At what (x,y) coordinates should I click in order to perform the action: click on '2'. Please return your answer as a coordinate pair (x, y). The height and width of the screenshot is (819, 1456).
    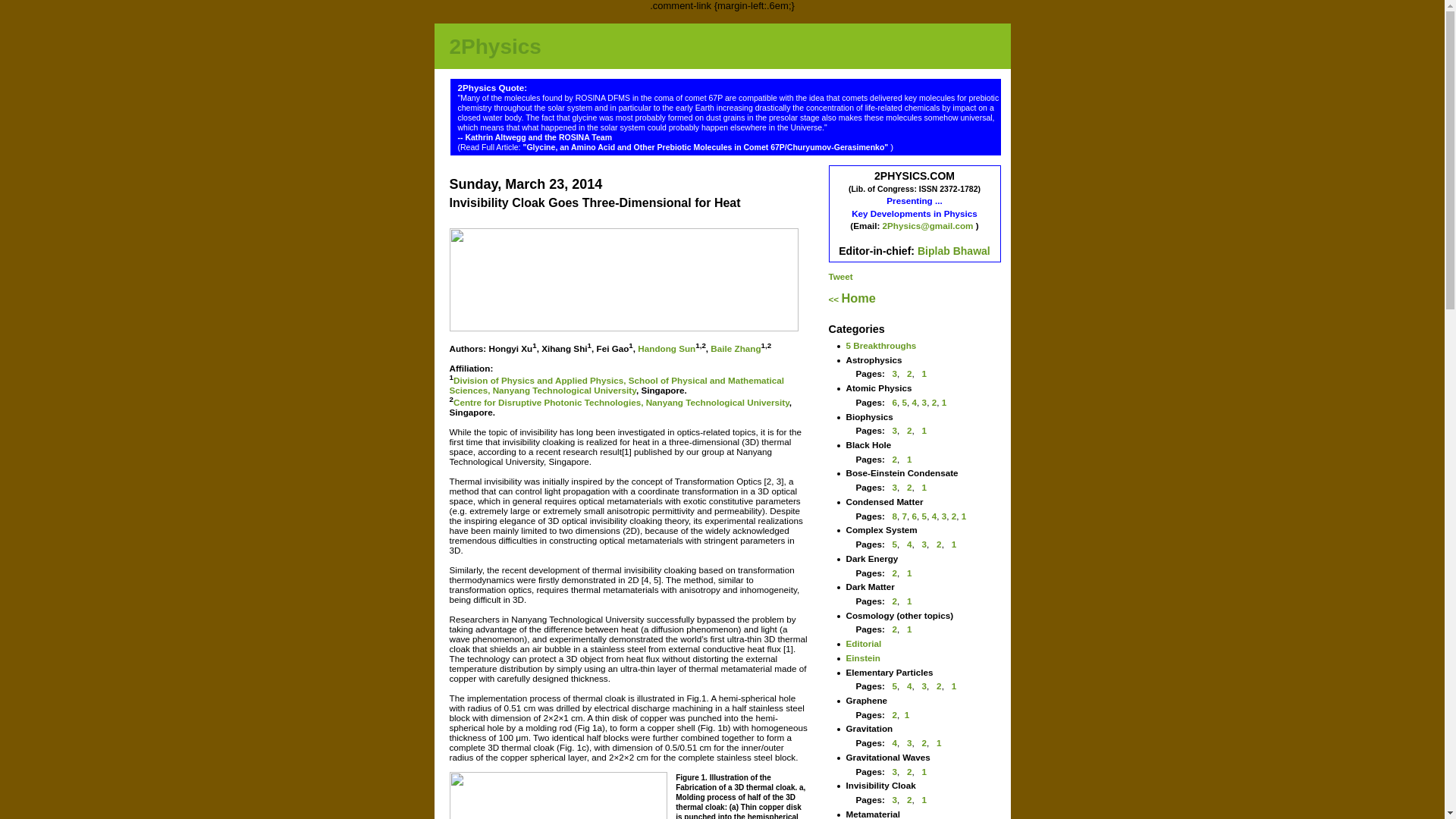
    Looking at the image, I should click on (938, 686).